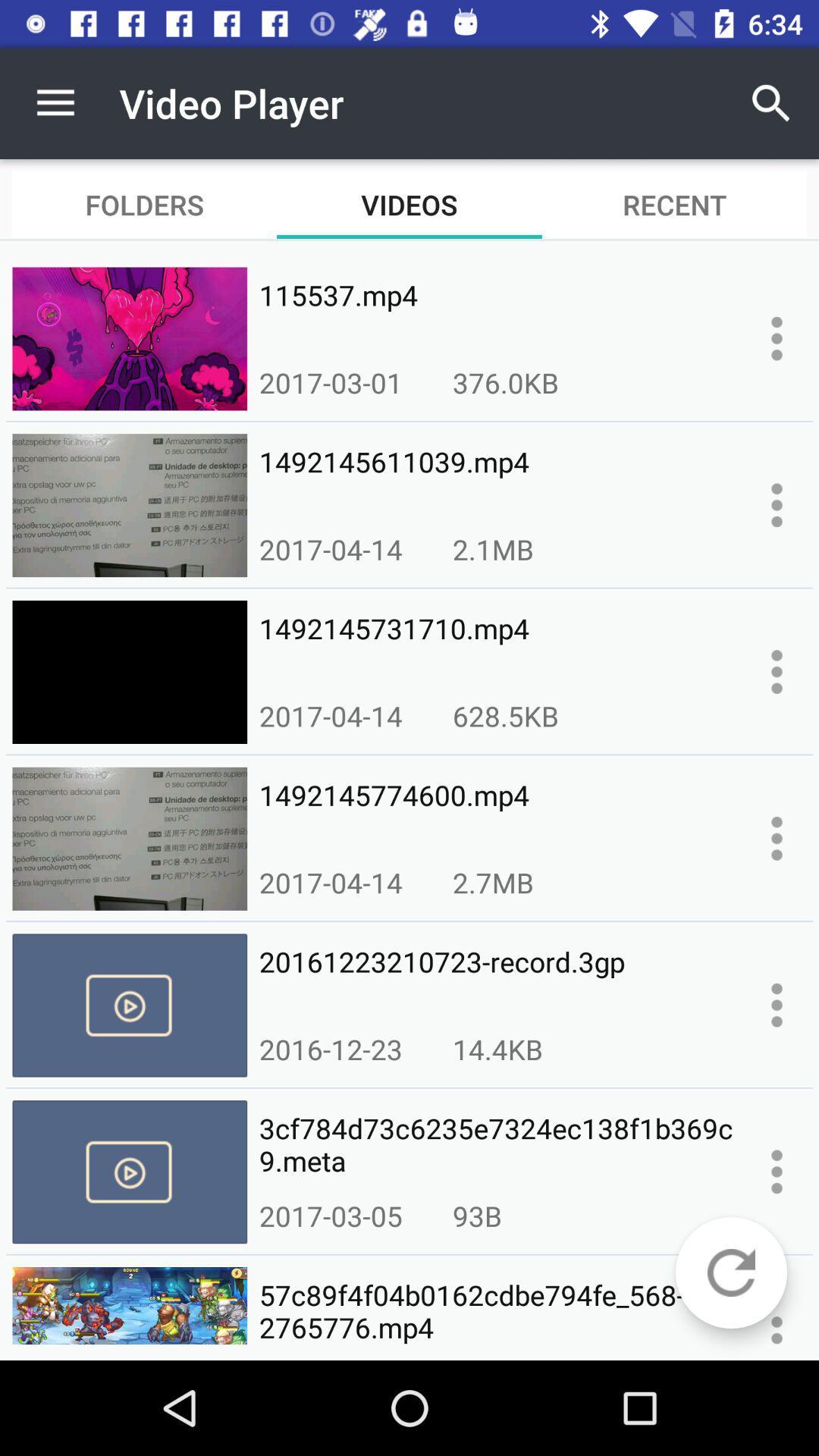  What do you see at coordinates (497, 978) in the screenshot?
I see `icon below the 2017-04-14 icon` at bounding box center [497, 978].